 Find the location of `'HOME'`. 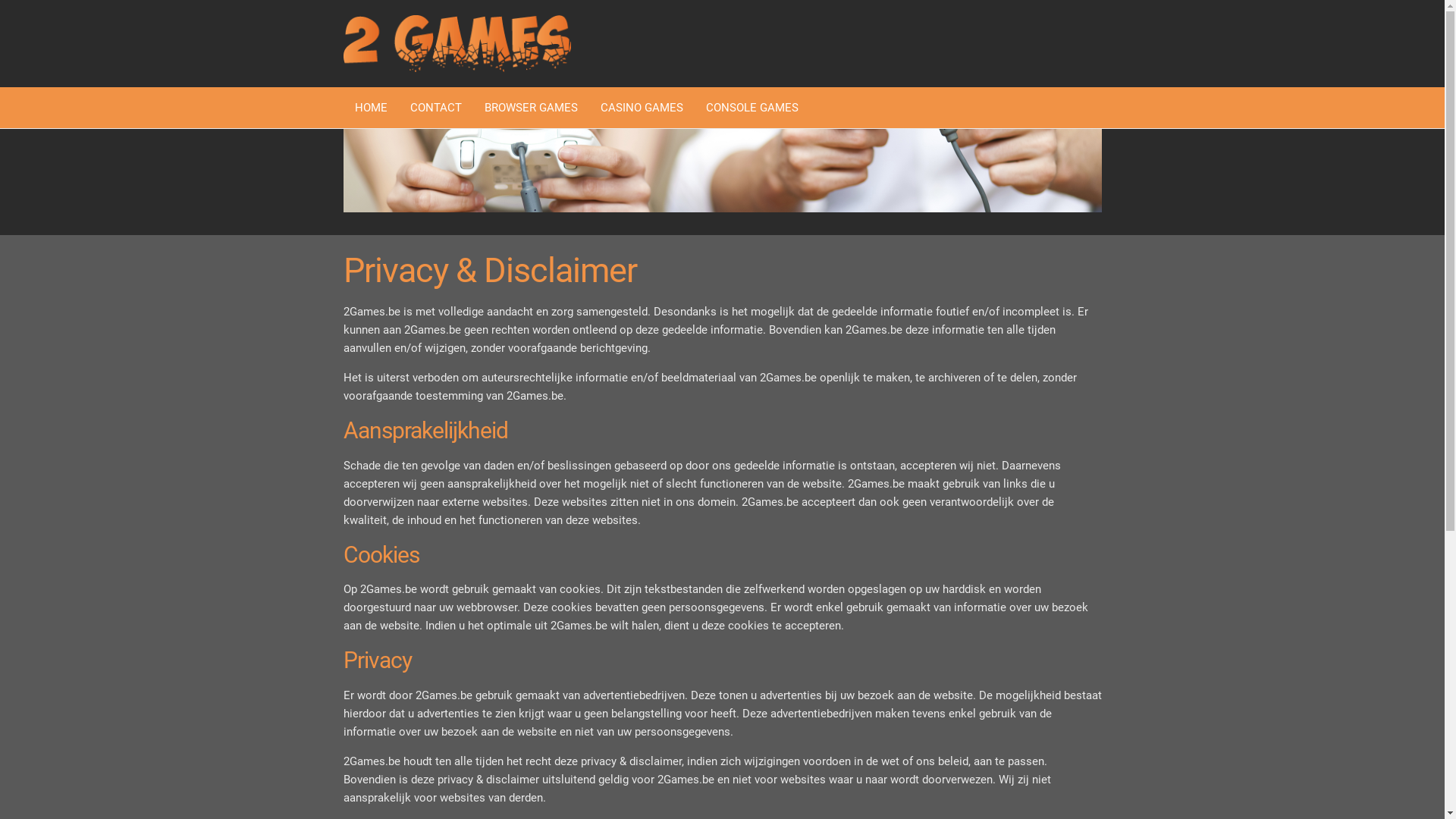

'HOME' is located at coordinates (341, 107).